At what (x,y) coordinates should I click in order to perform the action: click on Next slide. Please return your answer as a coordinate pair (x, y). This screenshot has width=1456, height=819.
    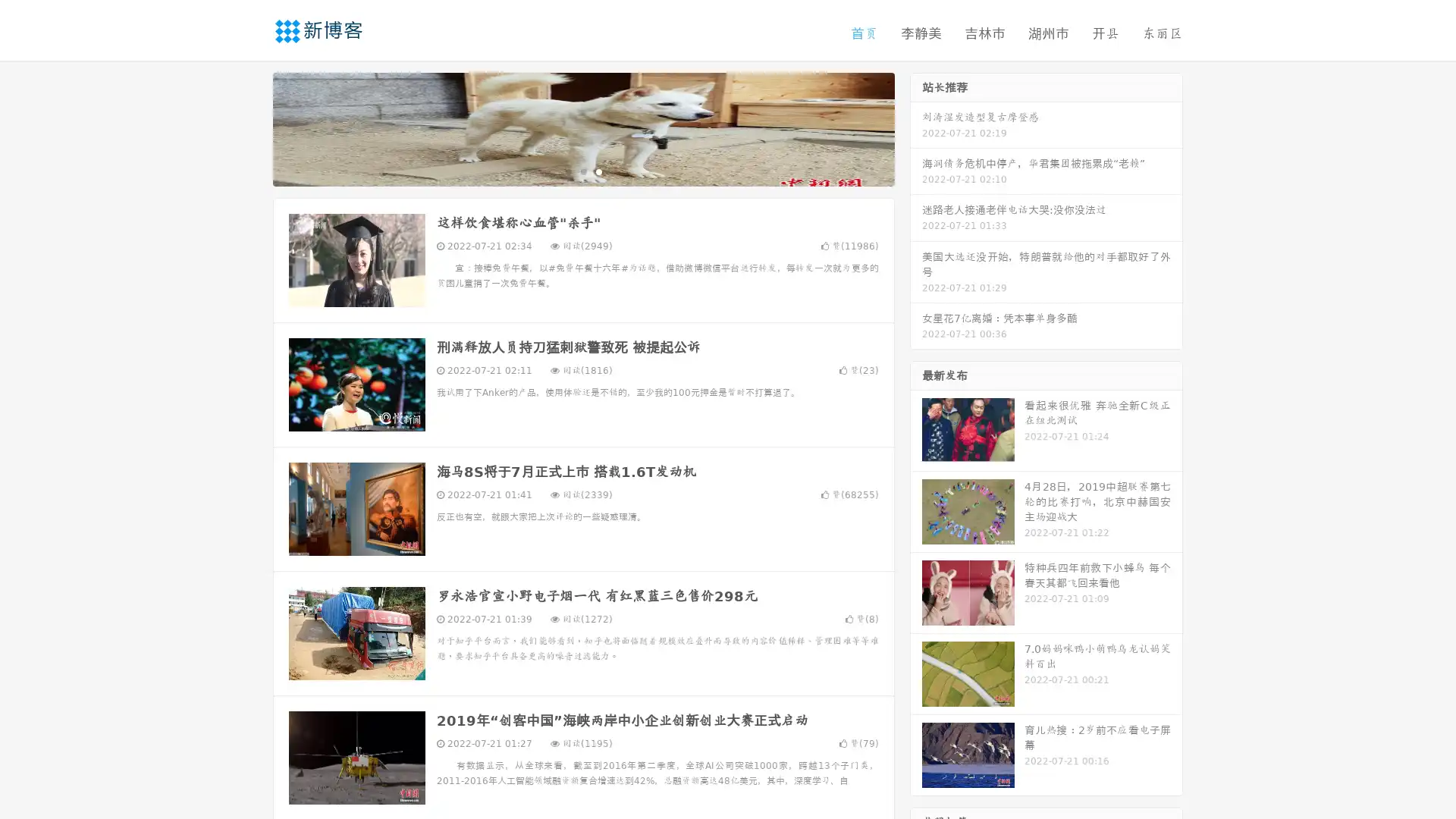
    Looking at the image, I should click on (916, 127).